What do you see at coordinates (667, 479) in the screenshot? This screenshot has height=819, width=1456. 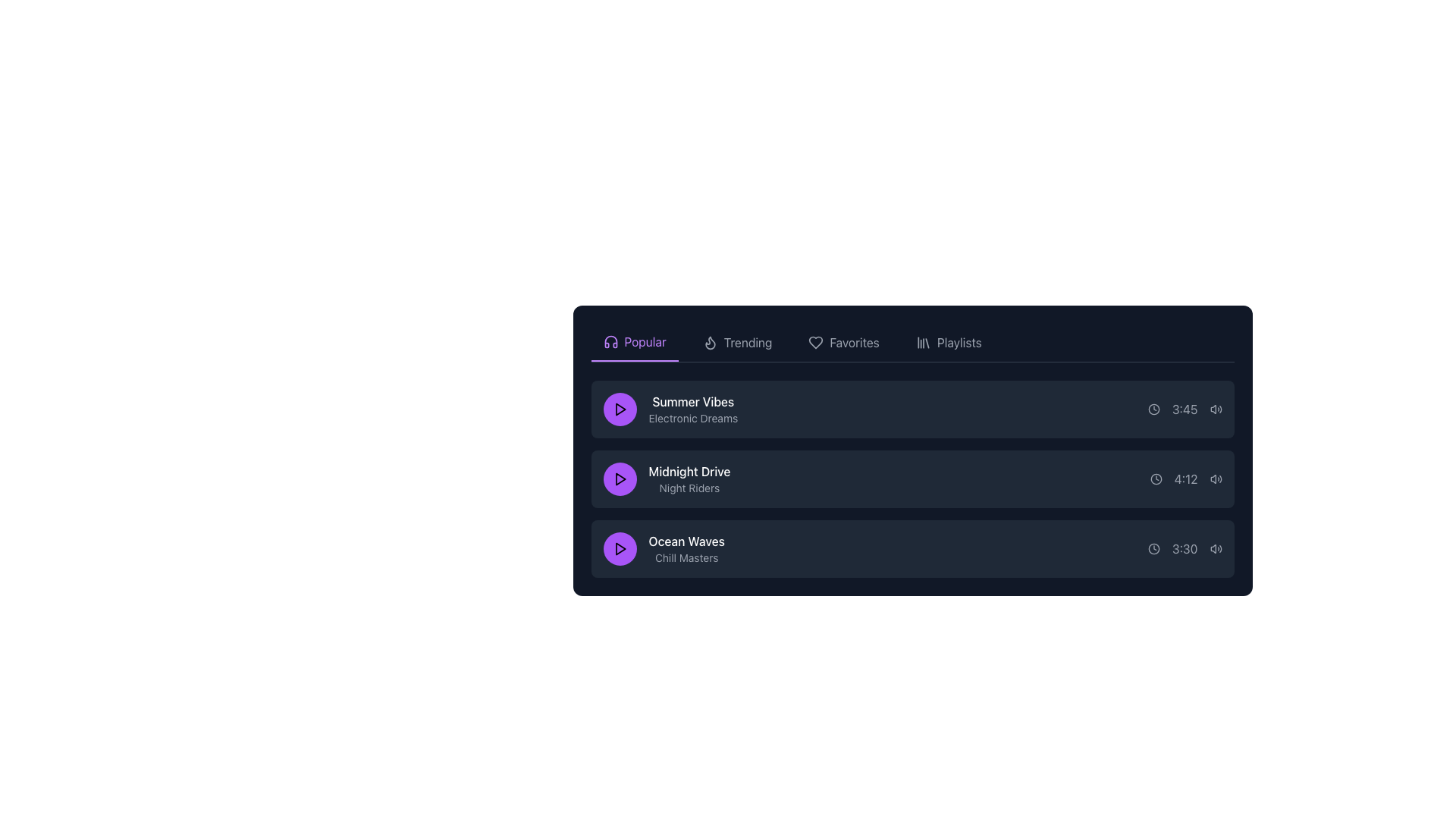 I see `the list item titled 'Midnight Drive' with a play button to interact with the media` at bounding box center [667, 479].